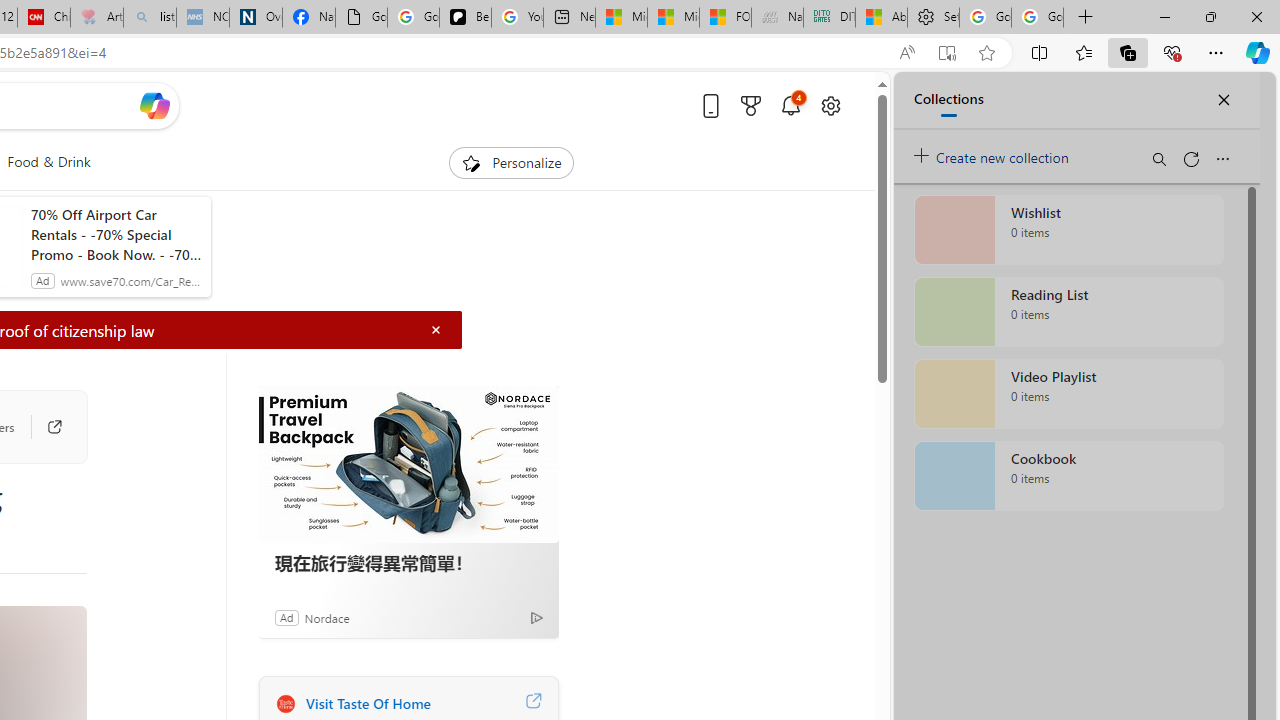  Describe the element at coordinates (434, 329) in the screenshot. I see `'Hide'` at that location.